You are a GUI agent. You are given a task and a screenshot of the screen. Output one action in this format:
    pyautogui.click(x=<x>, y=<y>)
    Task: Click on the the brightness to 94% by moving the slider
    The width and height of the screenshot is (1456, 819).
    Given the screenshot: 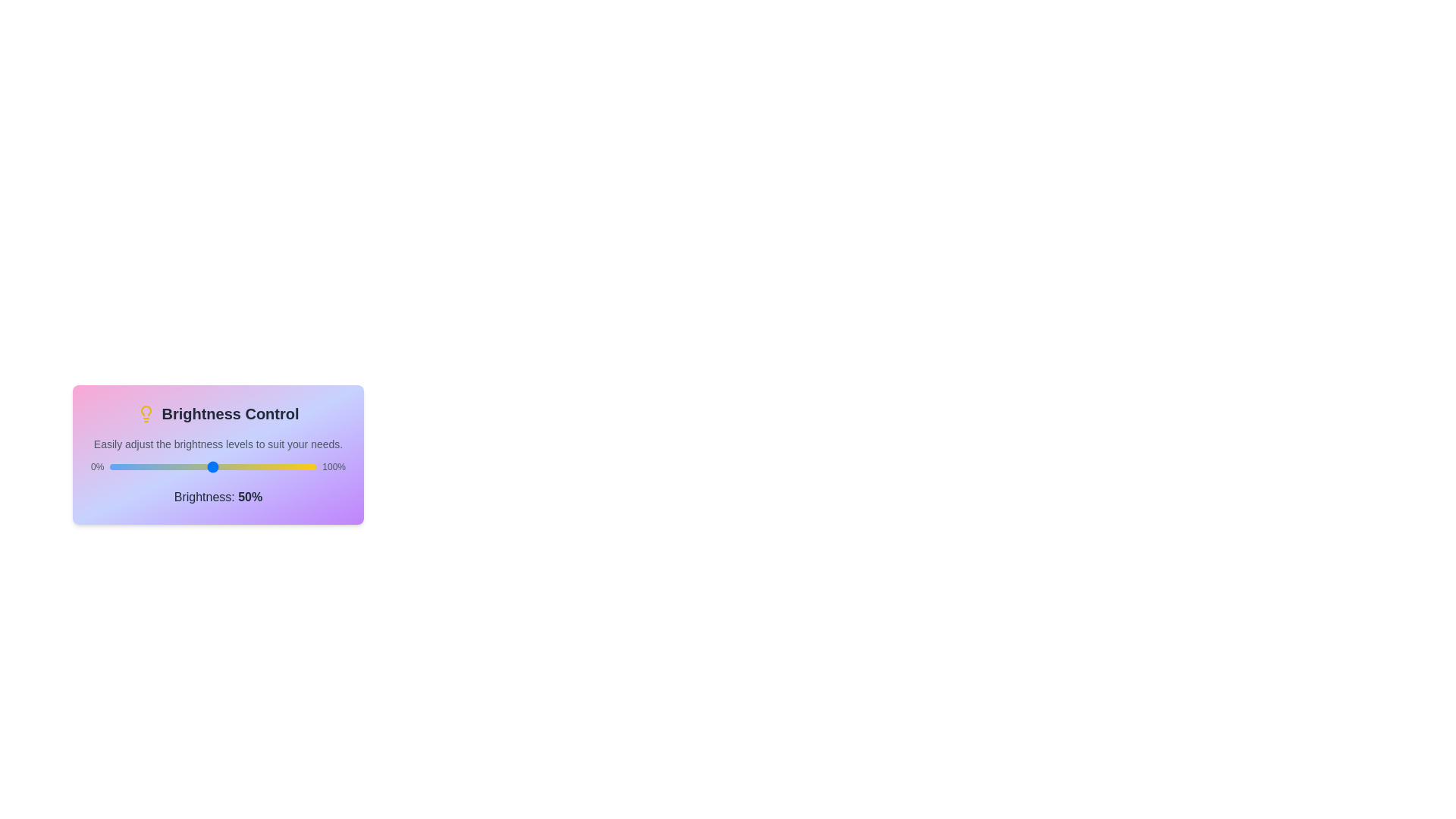 What is the action you would take?
    pyautogui.click(x=303, y=466)
    